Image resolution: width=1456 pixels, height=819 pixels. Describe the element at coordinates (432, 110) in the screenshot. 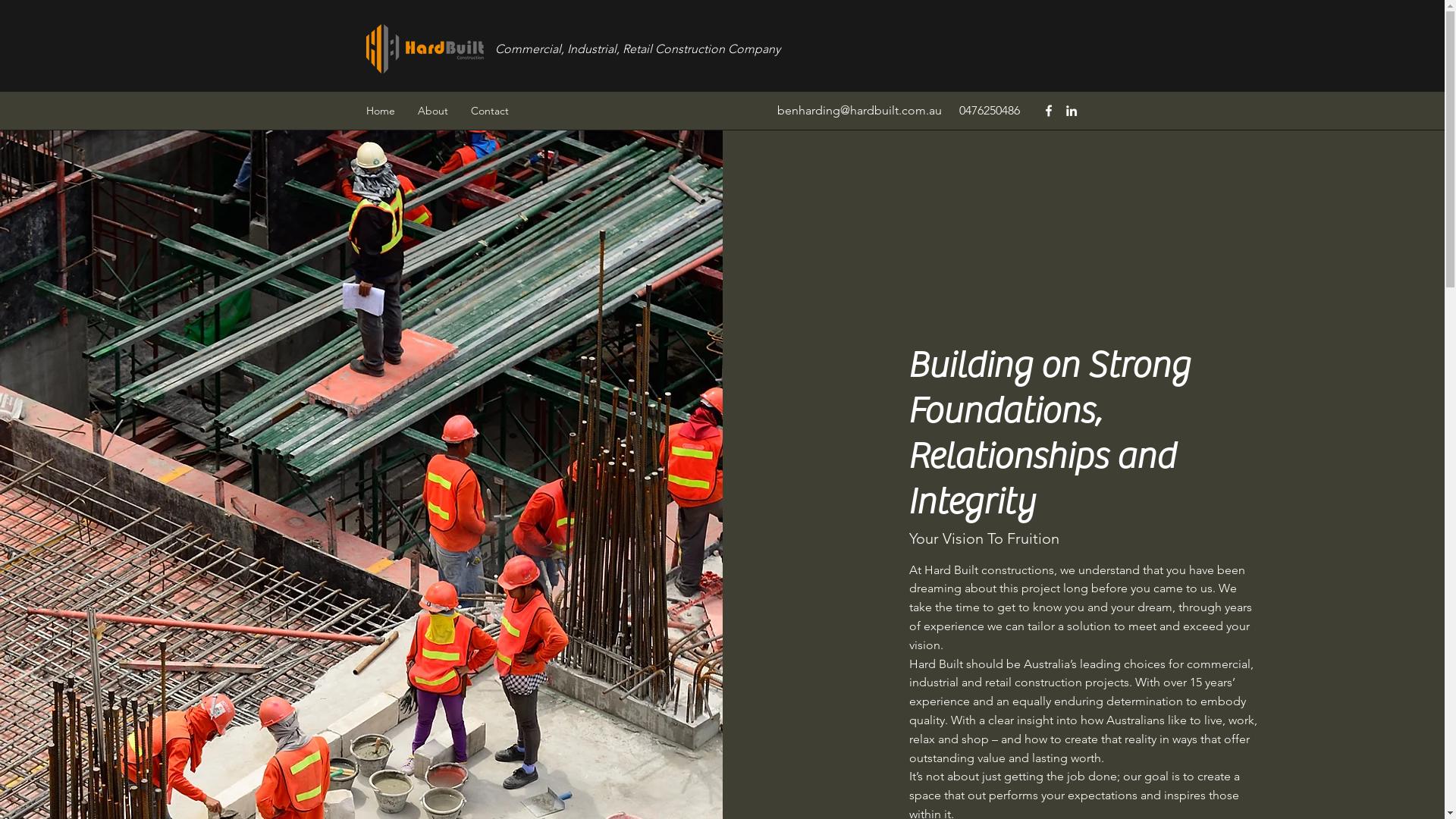

I see `'About'` at that location.